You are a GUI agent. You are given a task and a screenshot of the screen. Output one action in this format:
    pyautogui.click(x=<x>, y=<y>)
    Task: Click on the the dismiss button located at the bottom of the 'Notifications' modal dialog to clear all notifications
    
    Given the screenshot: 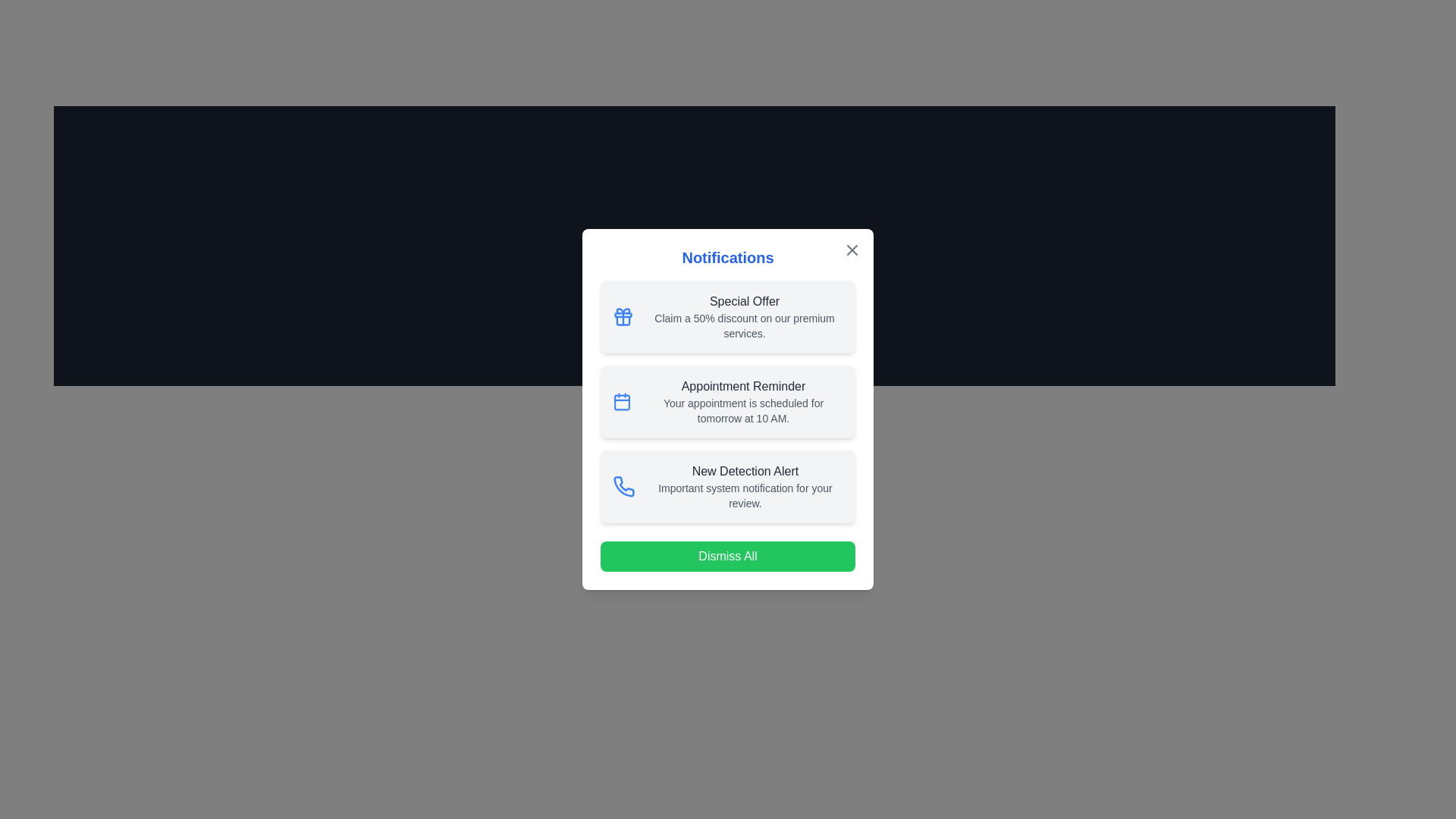 What is the action you would take?
    pyautogui.click(x=728, y=556)
    